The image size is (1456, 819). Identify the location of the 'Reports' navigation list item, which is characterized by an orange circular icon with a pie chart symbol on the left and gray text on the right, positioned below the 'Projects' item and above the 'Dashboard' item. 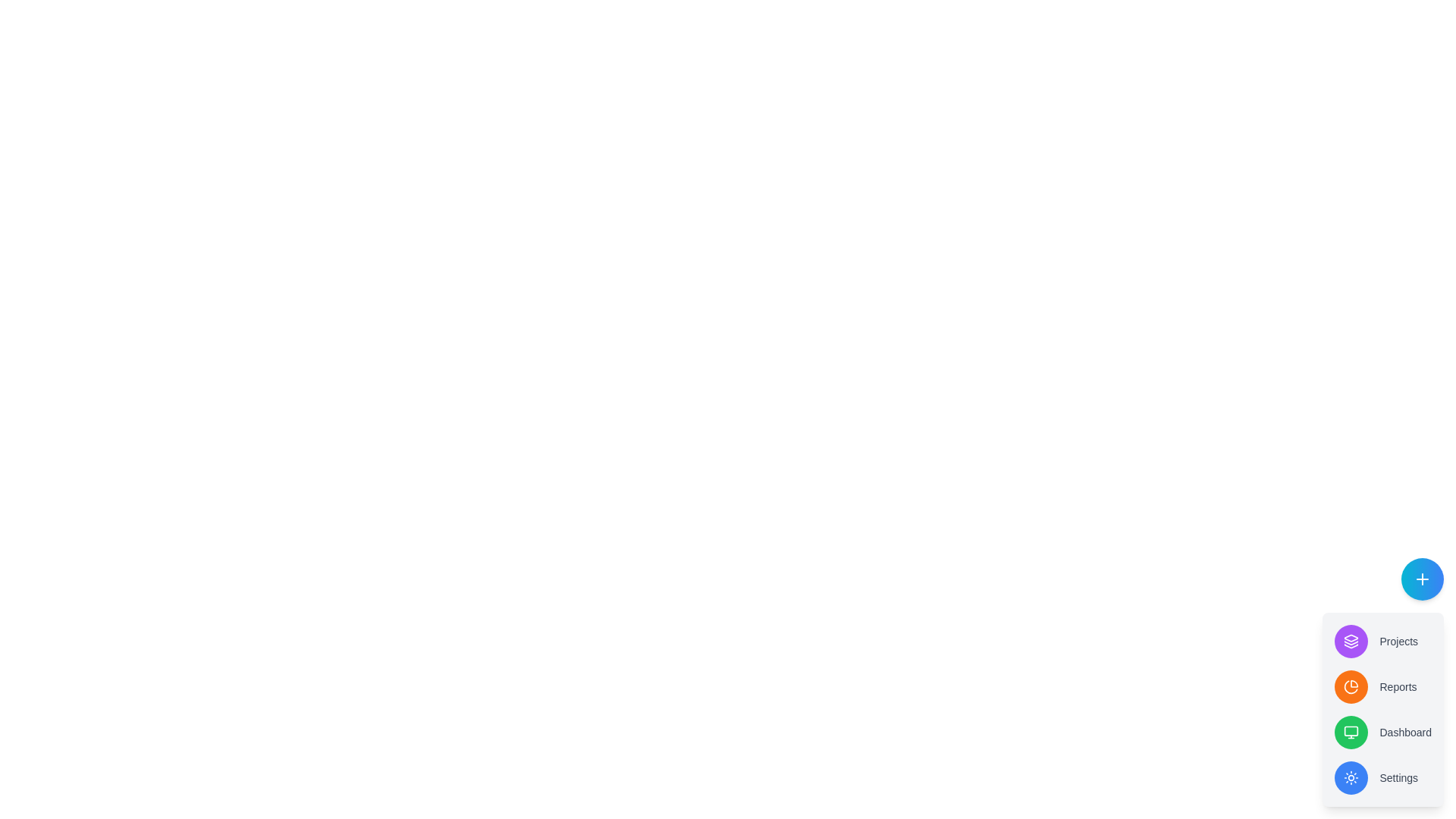
(1382, 687).